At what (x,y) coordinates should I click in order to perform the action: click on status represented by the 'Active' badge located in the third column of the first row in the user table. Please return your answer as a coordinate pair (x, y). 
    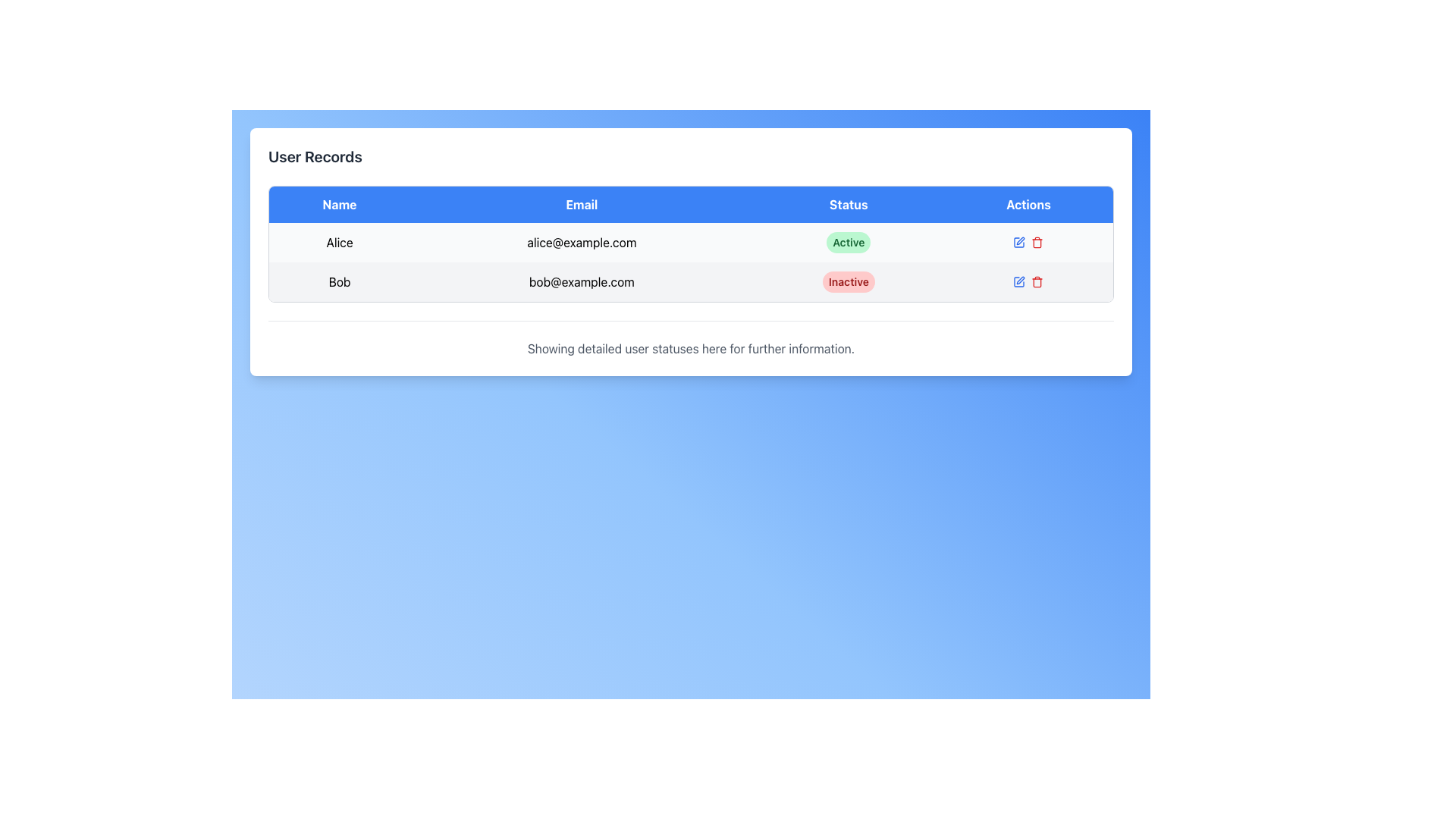
    Looking at the image, I should click on (848, 242).